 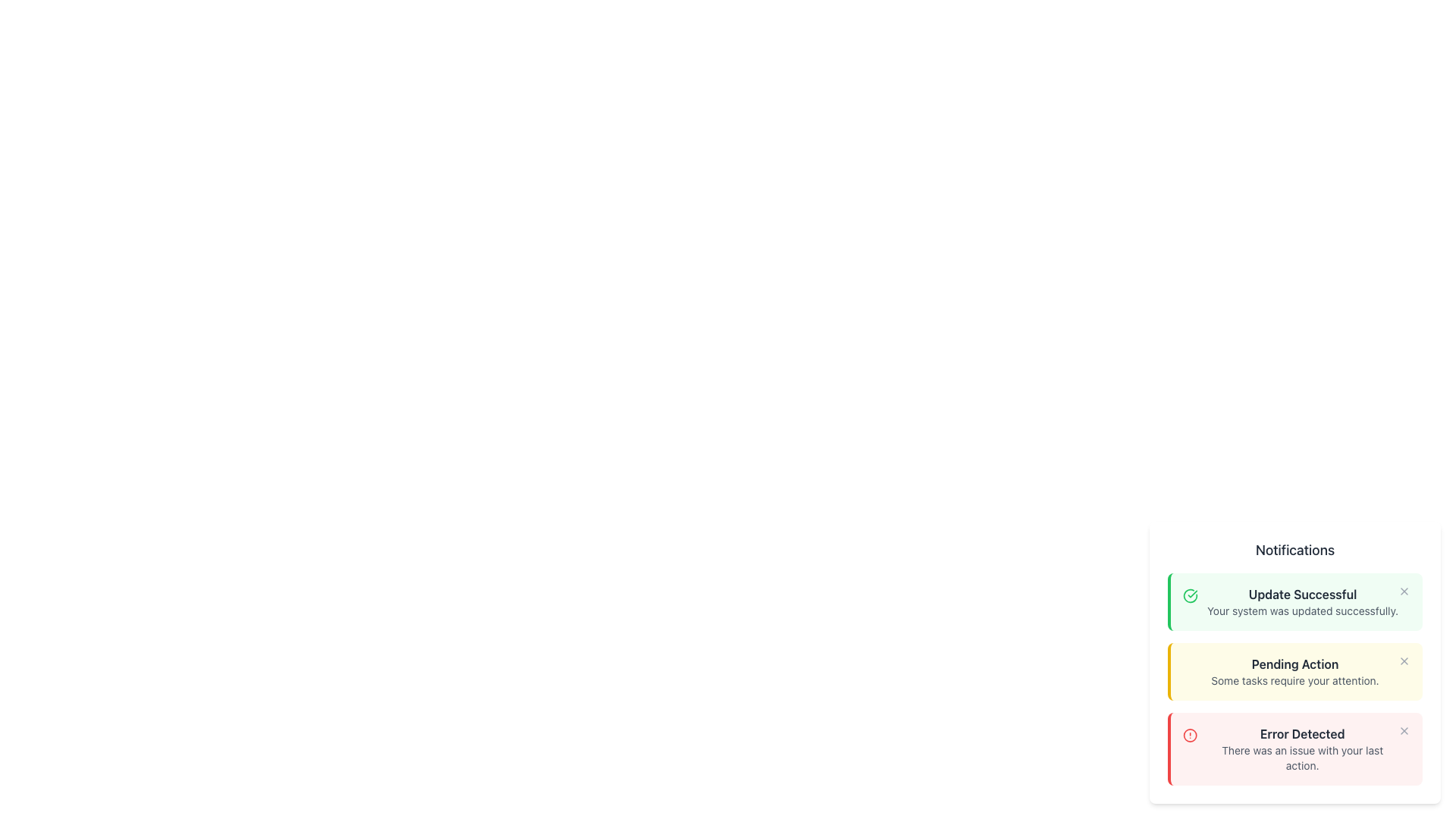 What do you see at coordinates (1294, 680) in the screenshot?
I see `information from the text label that contains 'Some tasks require your attention.' located in the middle section of the notification card below the 'Pending Action' header` at bounding box center [1294, 680].